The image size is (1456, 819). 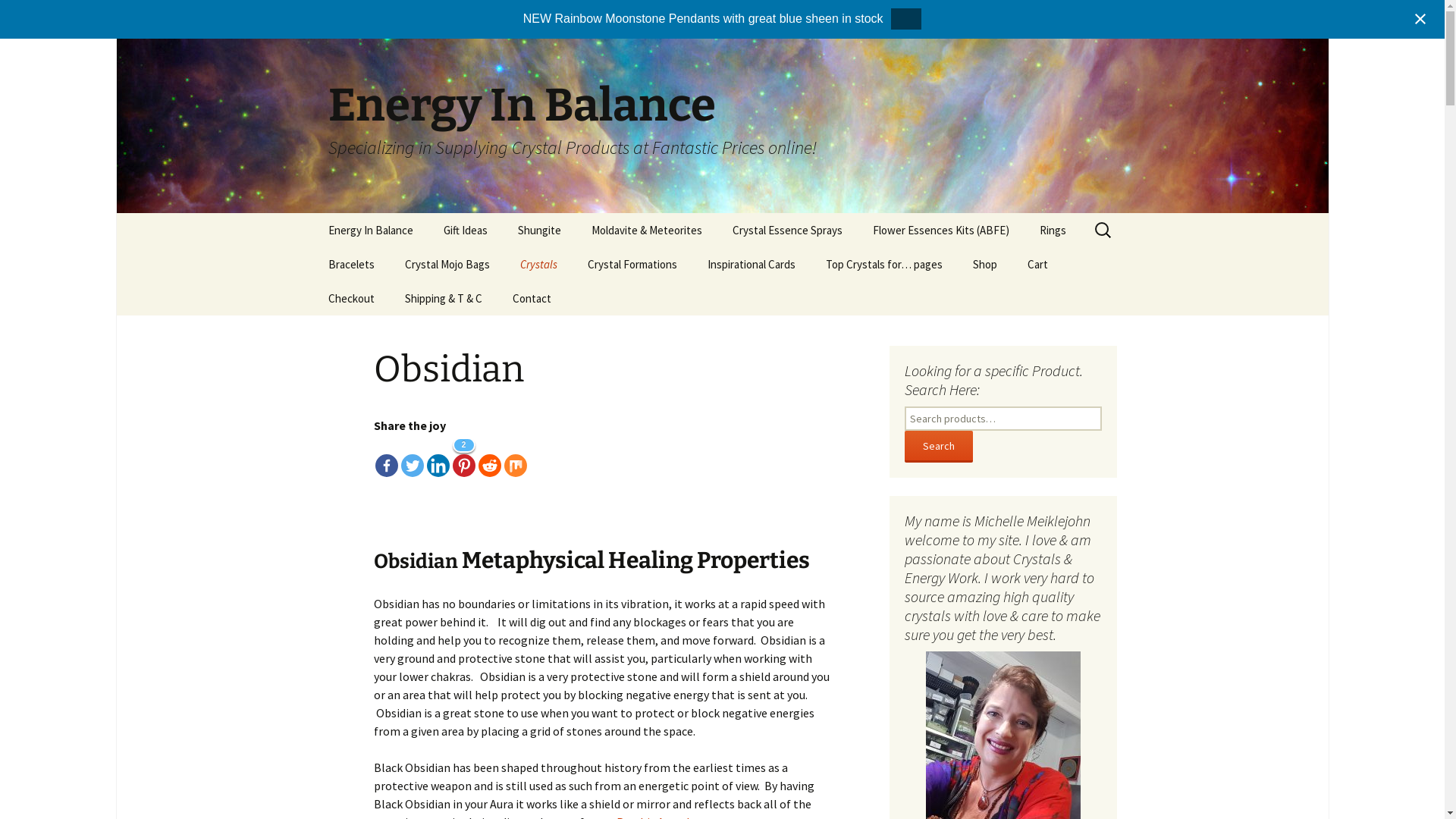 What do you see at coordinates (400, 455) in the screenshot?
I see `'Twitter'` at bounding box center [400, 455].